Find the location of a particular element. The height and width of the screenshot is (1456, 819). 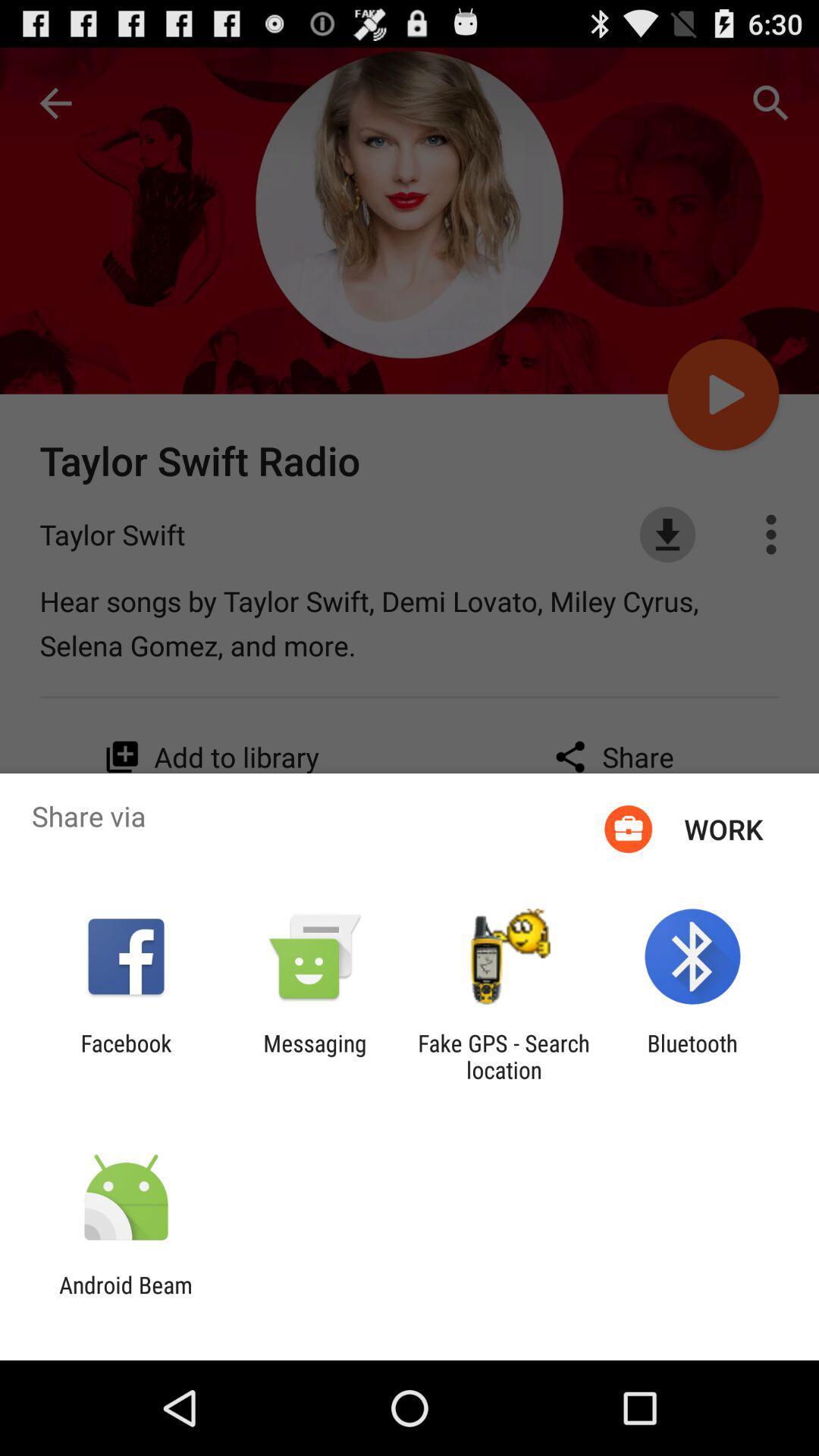

the bluetooth item is located at coordinates (692, 1056).